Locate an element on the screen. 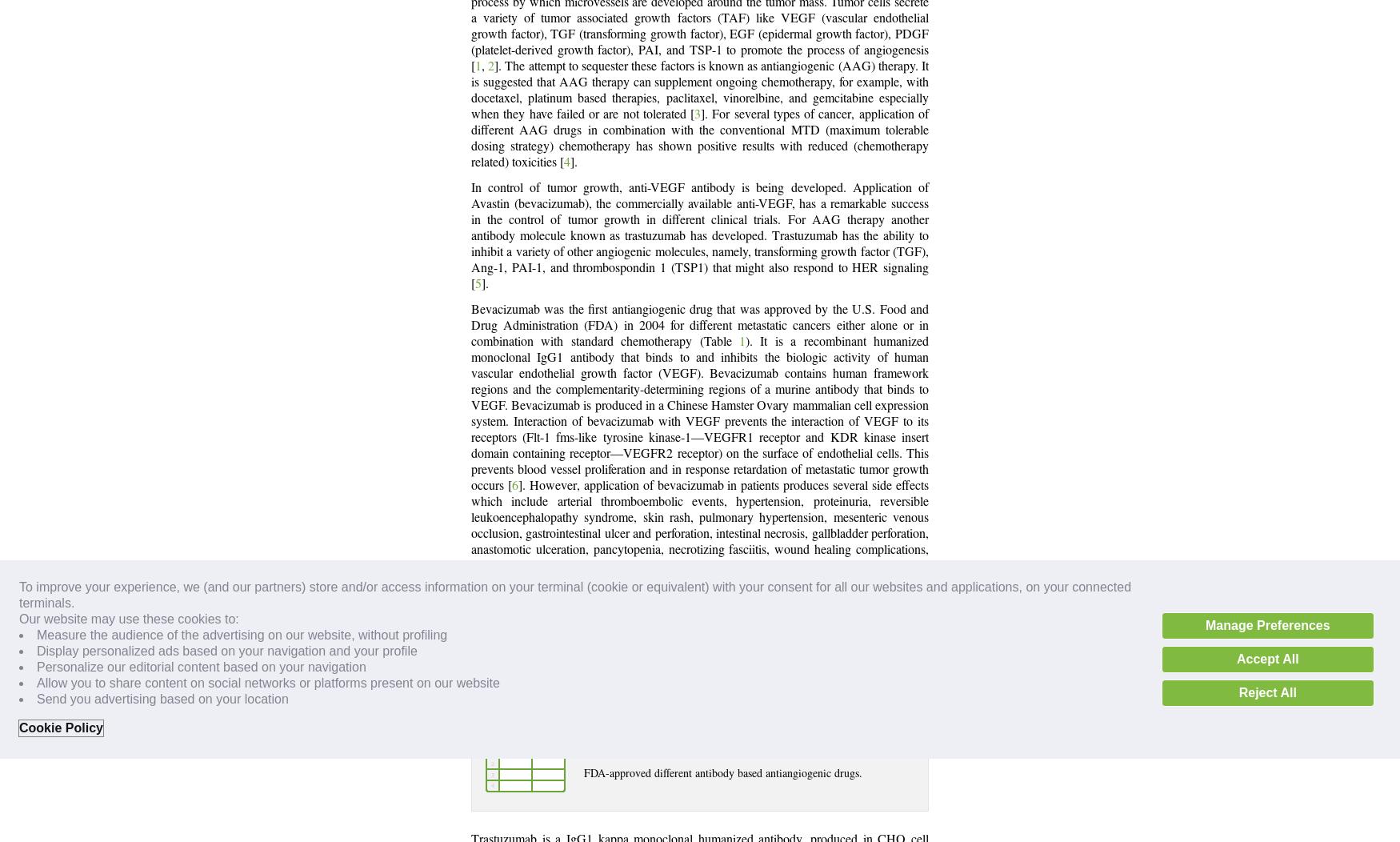 The height and width of the screenshot is (842, 1400). 'FDA-approved different antibody based antiangiogenic drugs.' is located at coordinates (722, 773).